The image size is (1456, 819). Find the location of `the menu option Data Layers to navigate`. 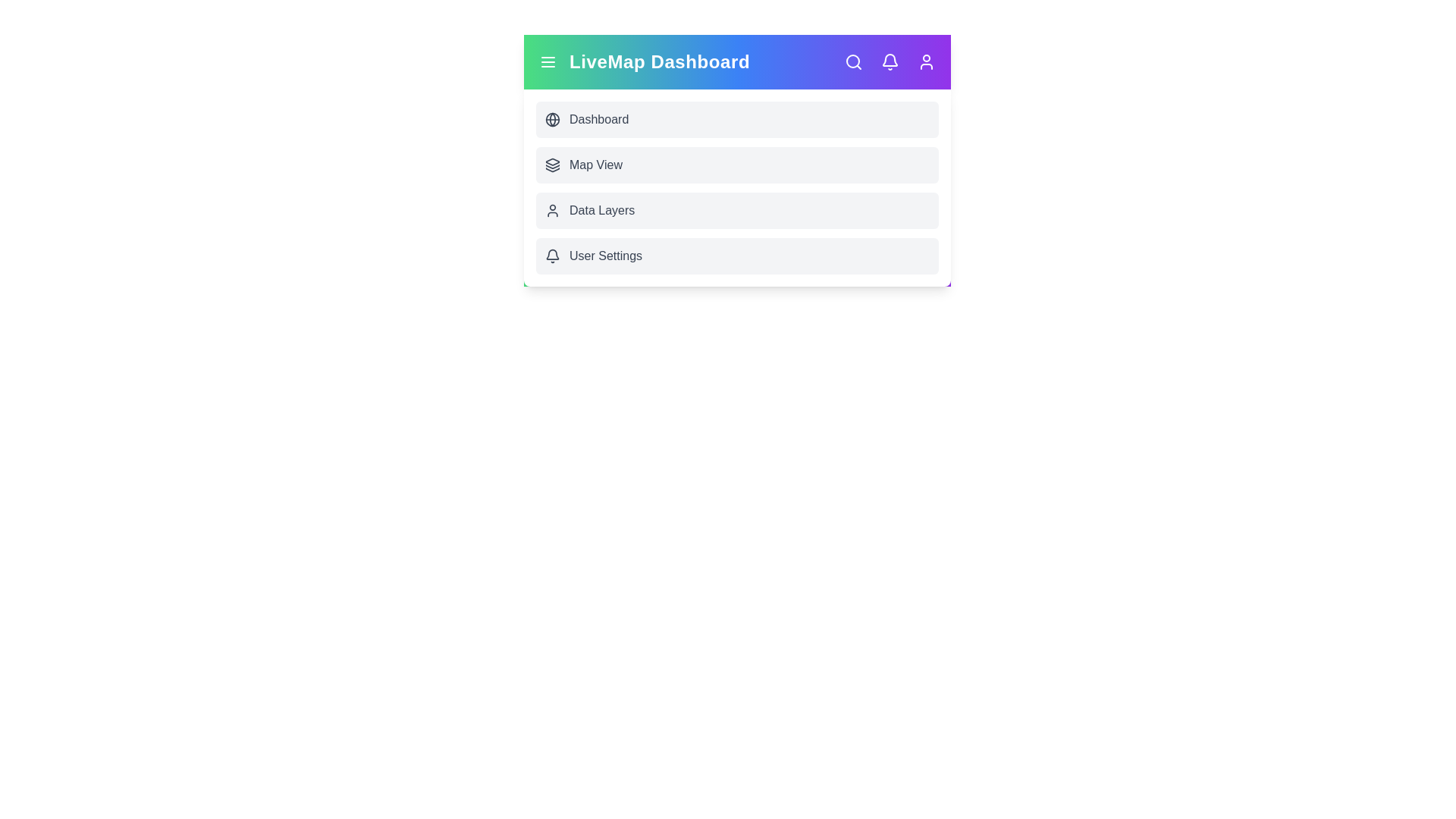

the menu option Data Layers to navigate is located at coordinates (737, 210).